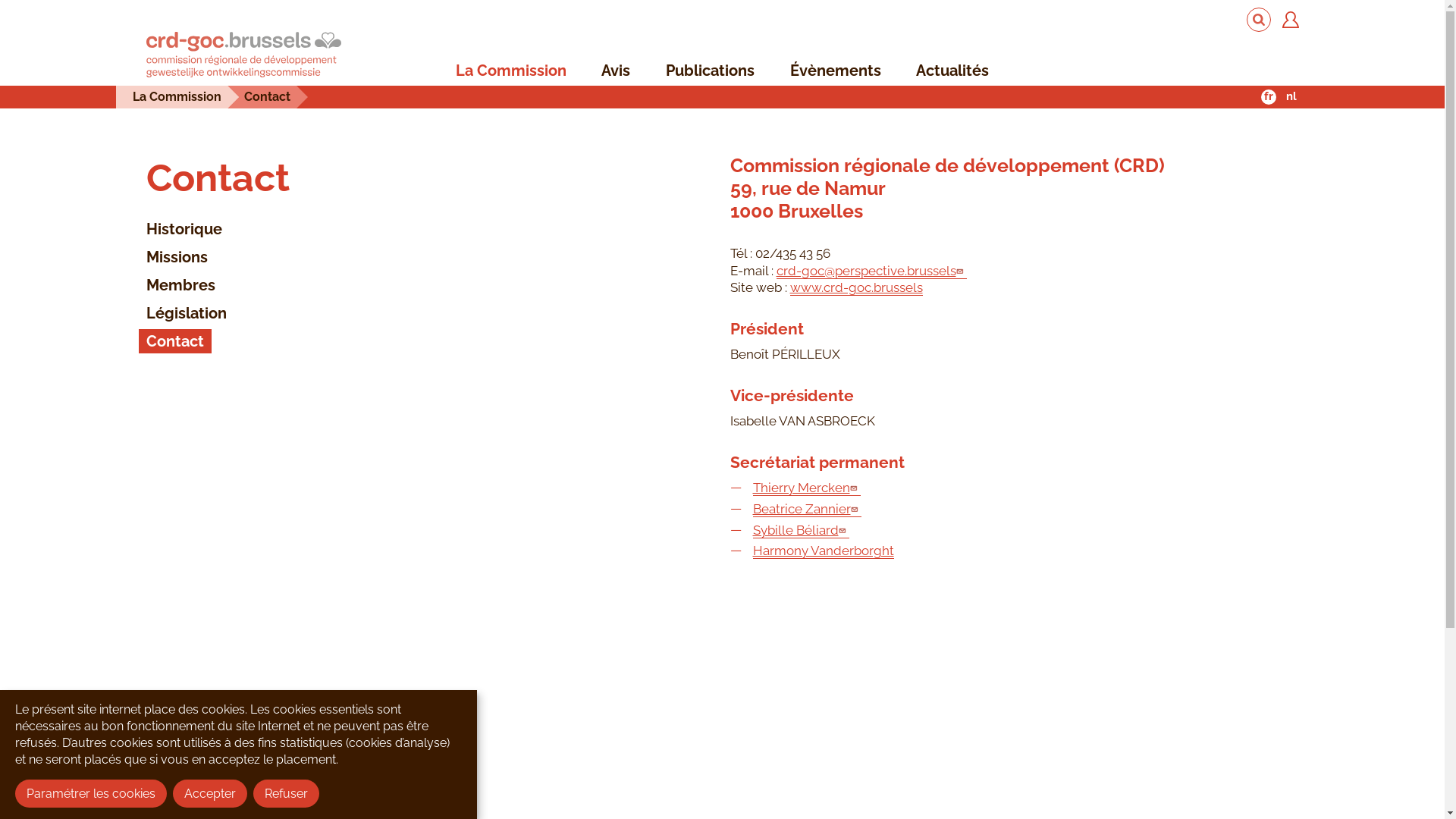 This screenshot has height=819, width=1456. Describe the element at coordinates (1267, 96) in the screenshot. I see `'fr'` at that location.